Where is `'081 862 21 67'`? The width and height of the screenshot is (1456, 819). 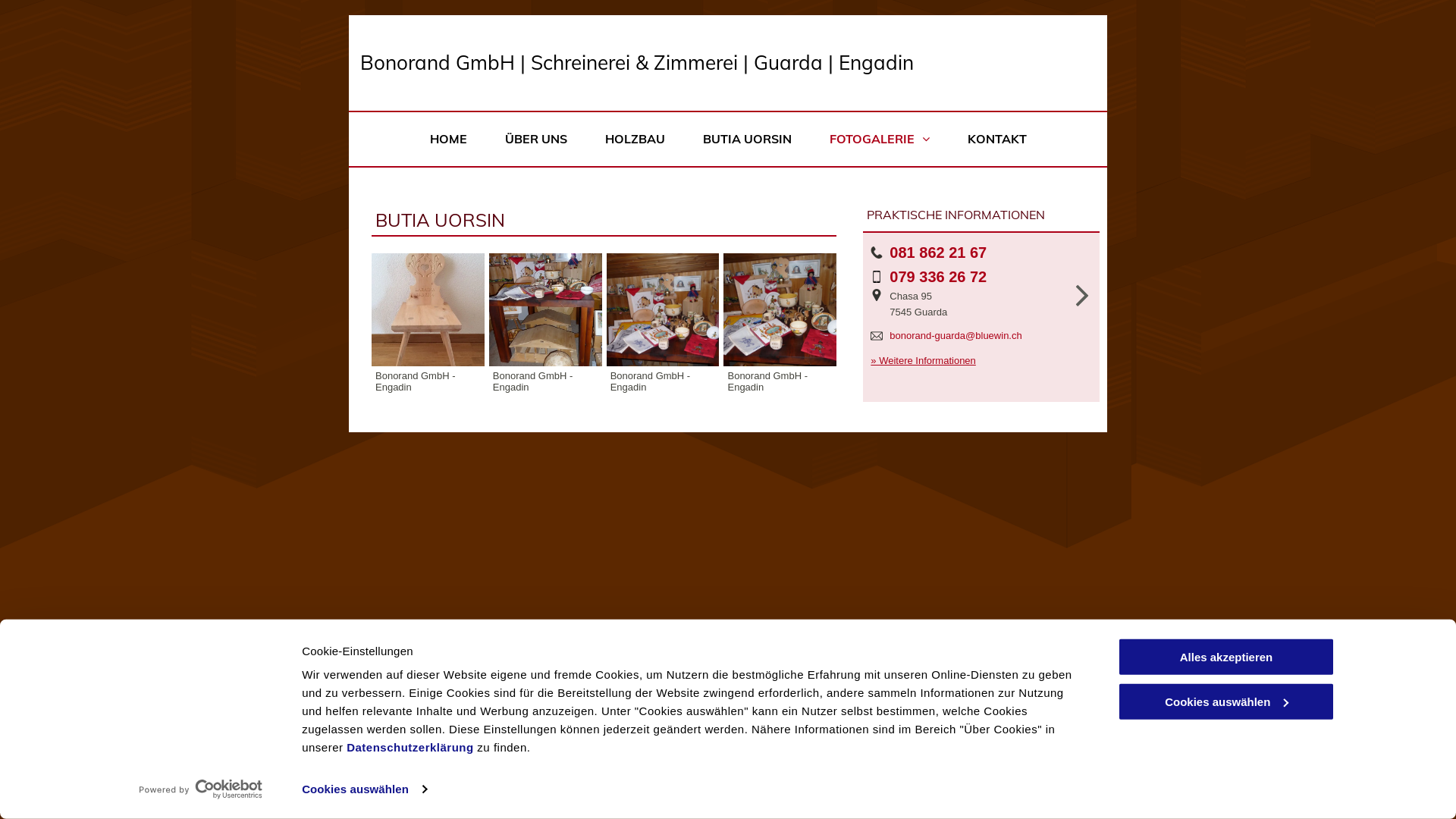
'081 862 21 67' is located at coordinates (937, 251).